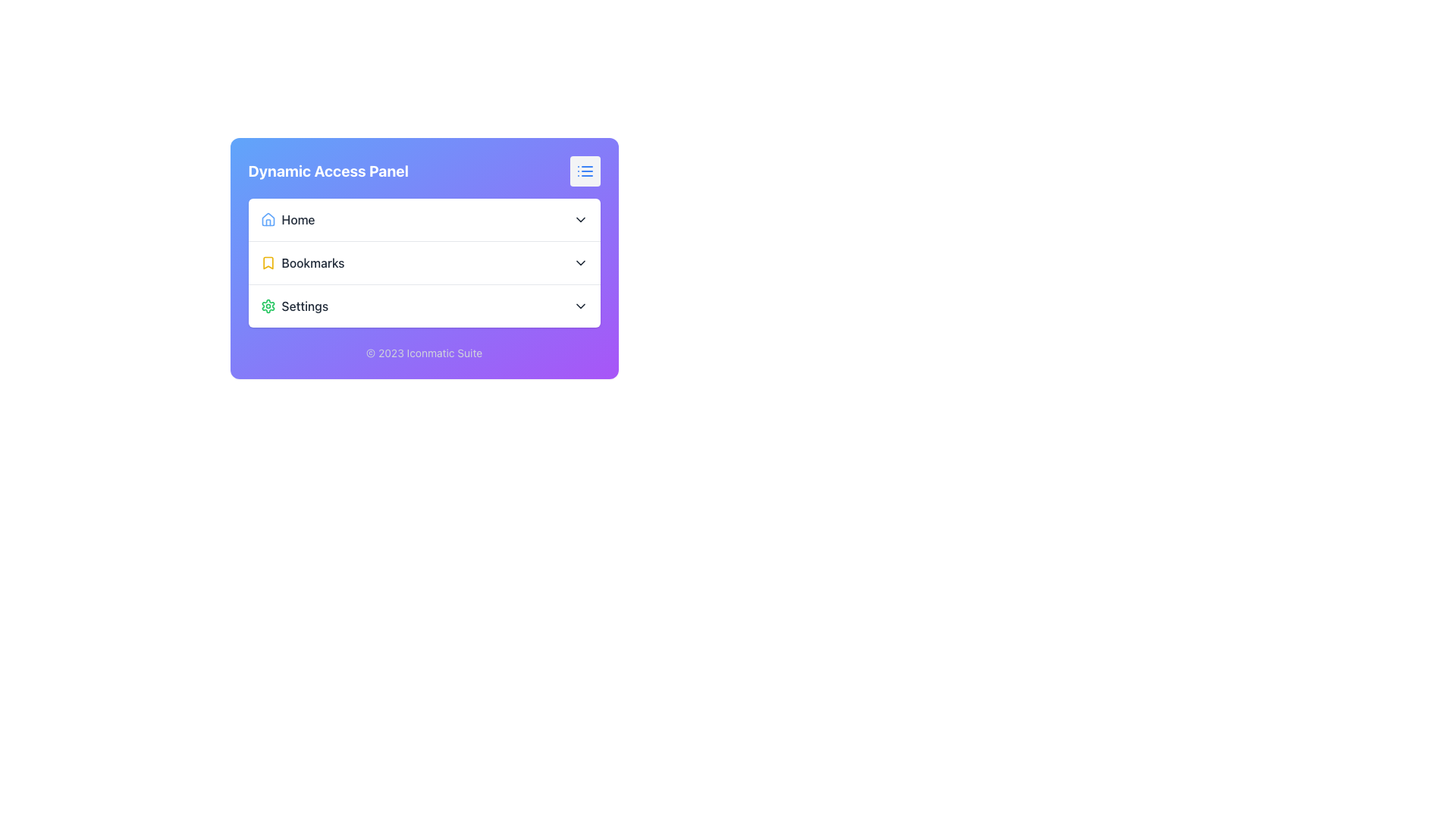 This screenshot has height=819, width=1456. What do you see at coordinates (302, 262) in the screenshot?
I see `the Navigation Label for Bookmarks` at bounding box center [302, 262].